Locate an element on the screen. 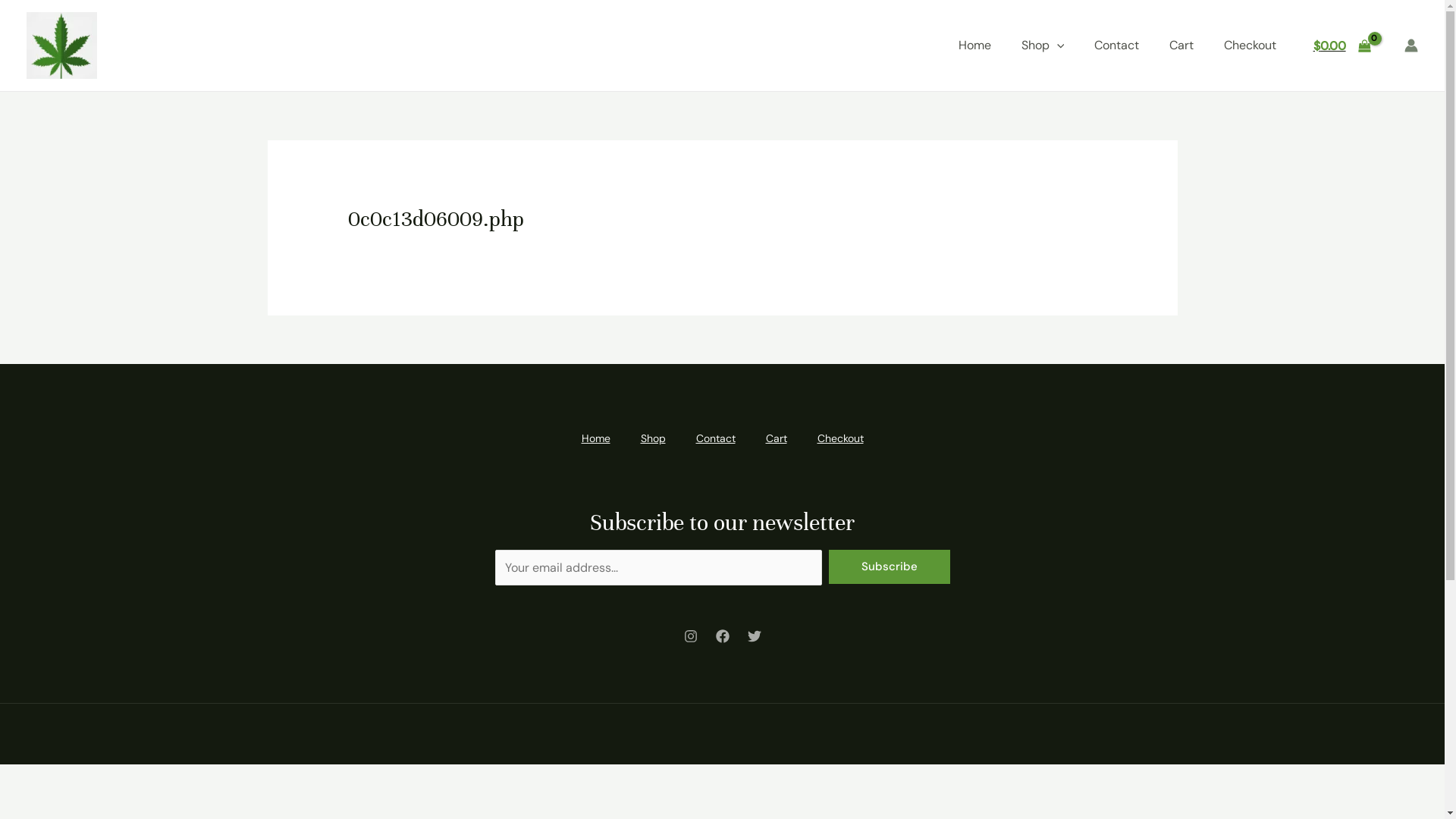  'Shop' is located at coordinates (1042, 45).